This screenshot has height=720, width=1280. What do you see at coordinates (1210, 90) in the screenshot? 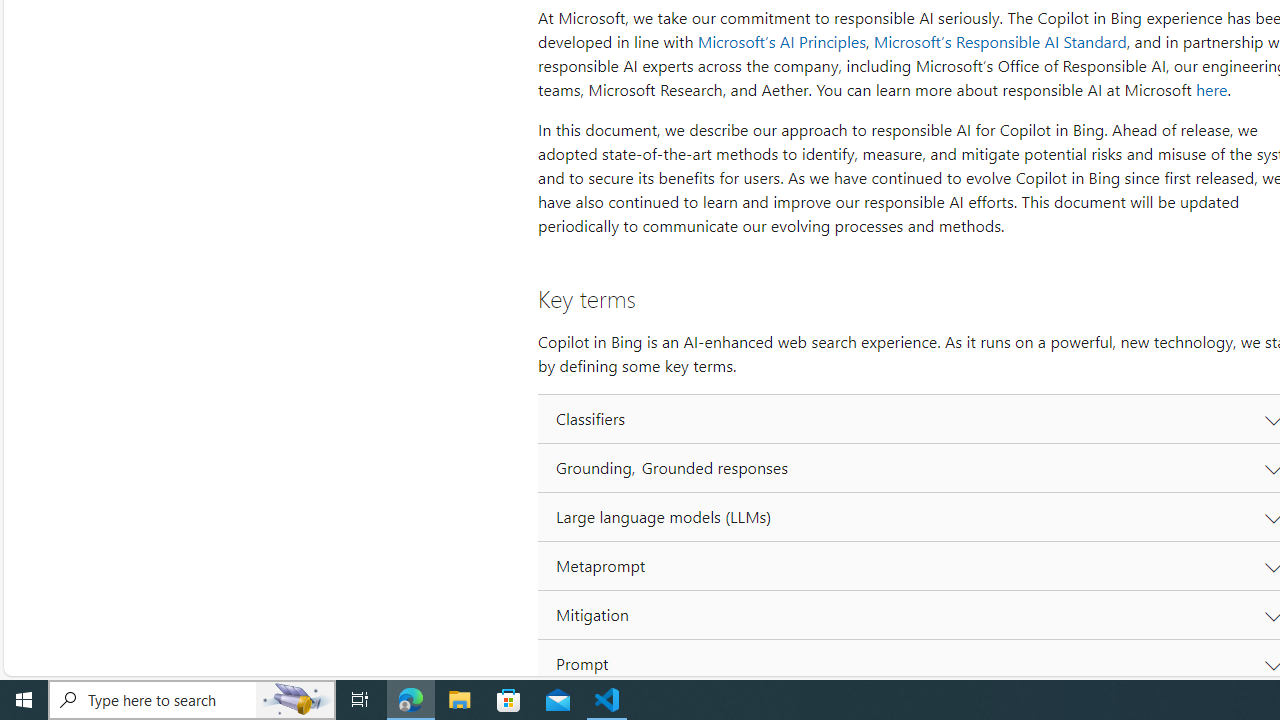
I see `'here'` at bounding box center [1210, 90].